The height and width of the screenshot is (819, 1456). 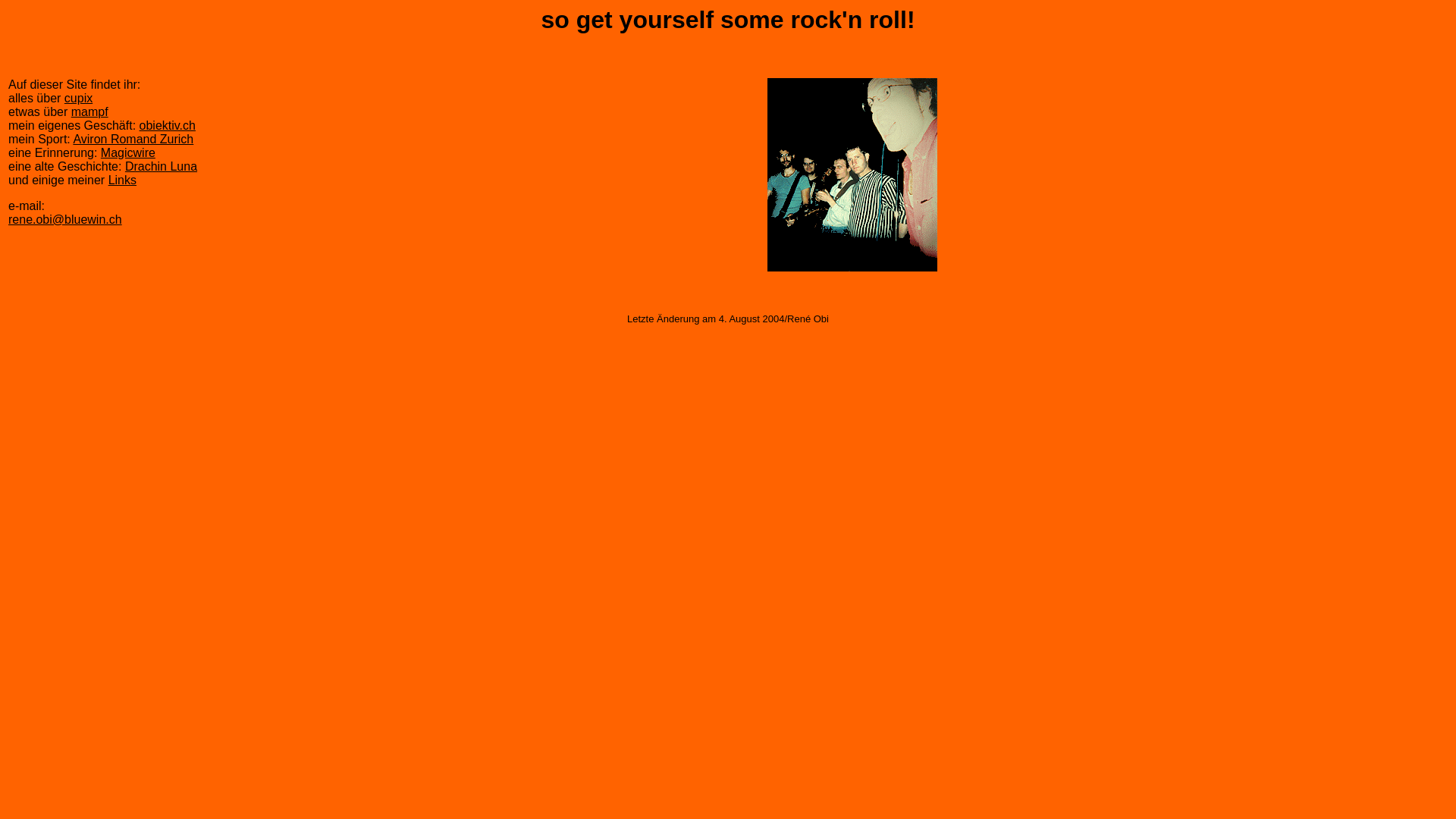 I want to click on 'Drachin Luna', so click(x=161, y=166).